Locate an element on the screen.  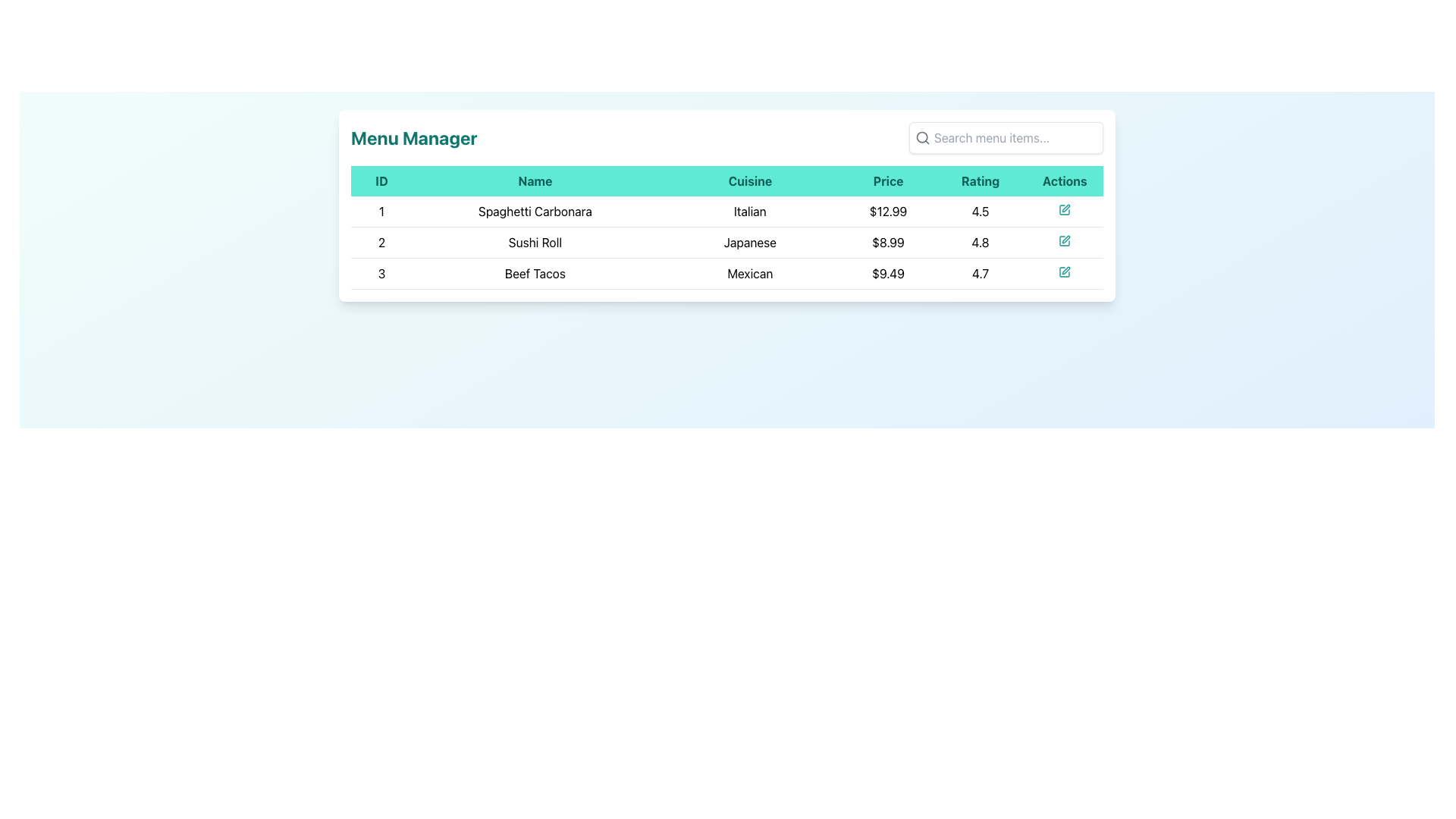
the 'Japanese' text label located in the 'Cuisine' column of the table associated with 'Sushi Roll' is located at coordinates (750, 242).